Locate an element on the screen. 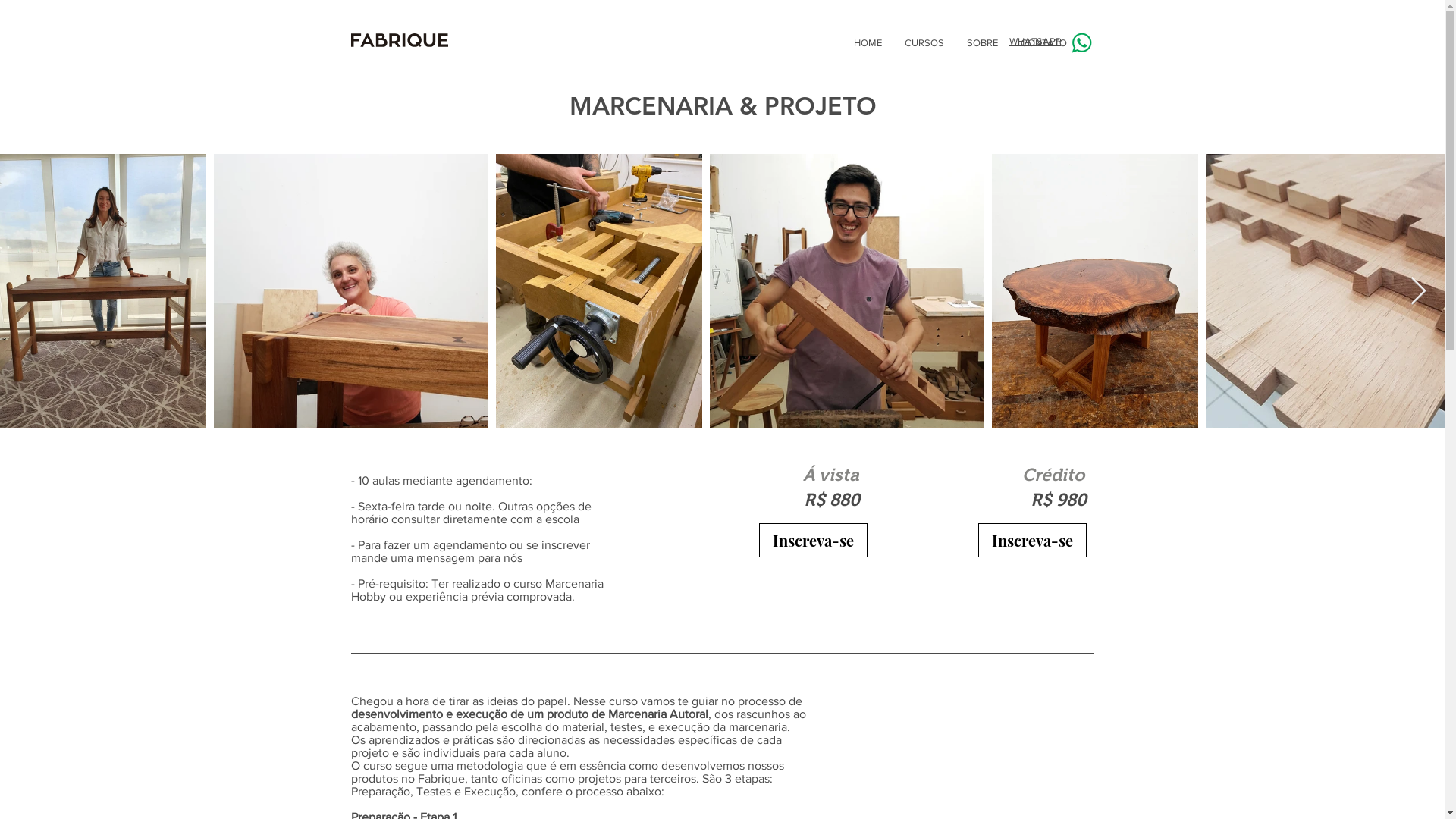  'Inscreva-se' is located at coordinates (758, 539).